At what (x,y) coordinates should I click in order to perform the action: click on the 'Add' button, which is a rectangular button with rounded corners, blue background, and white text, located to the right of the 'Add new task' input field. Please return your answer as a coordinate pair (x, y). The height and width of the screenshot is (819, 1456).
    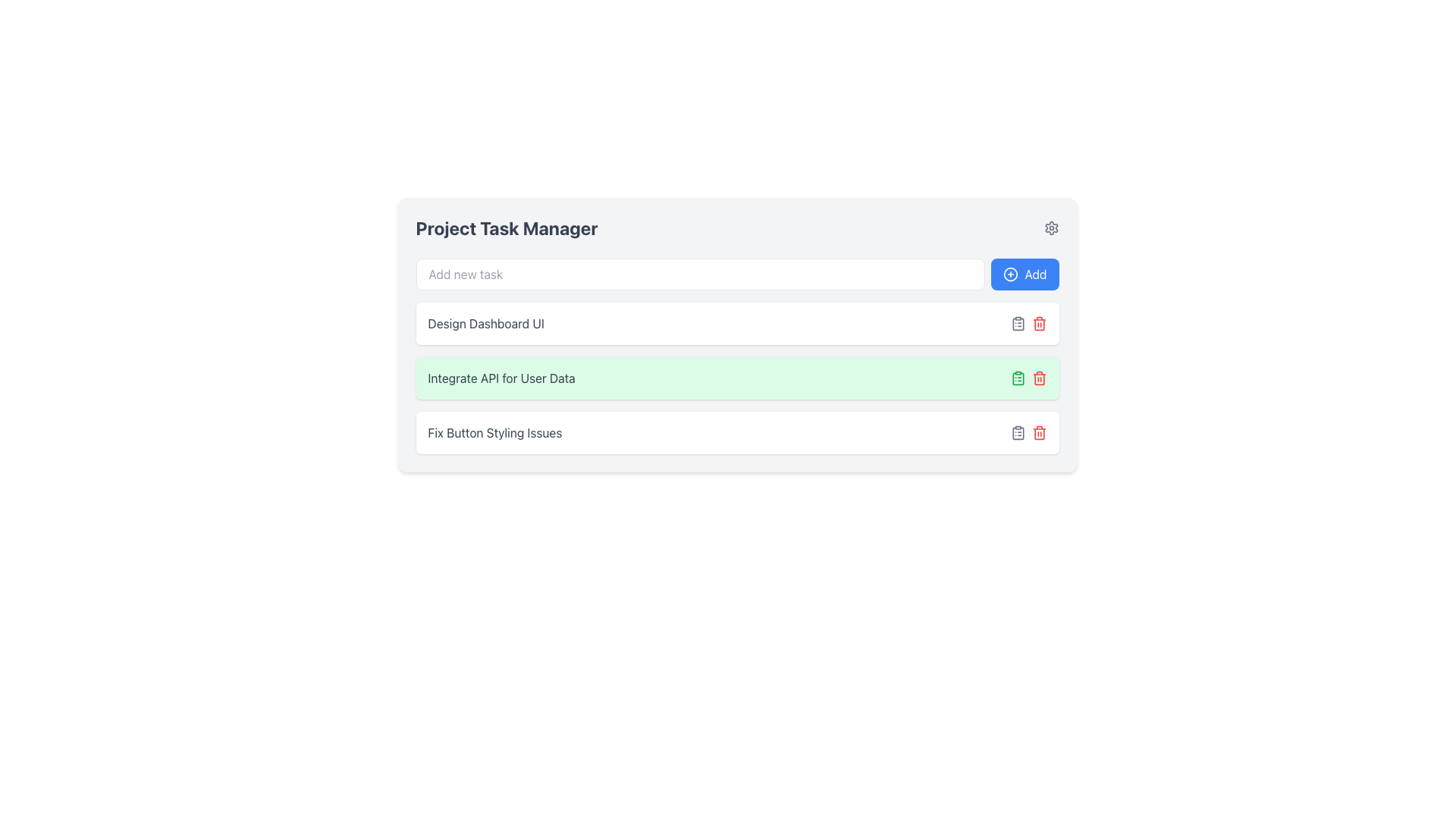
    Looking at the image, I should click on (1025, 275).